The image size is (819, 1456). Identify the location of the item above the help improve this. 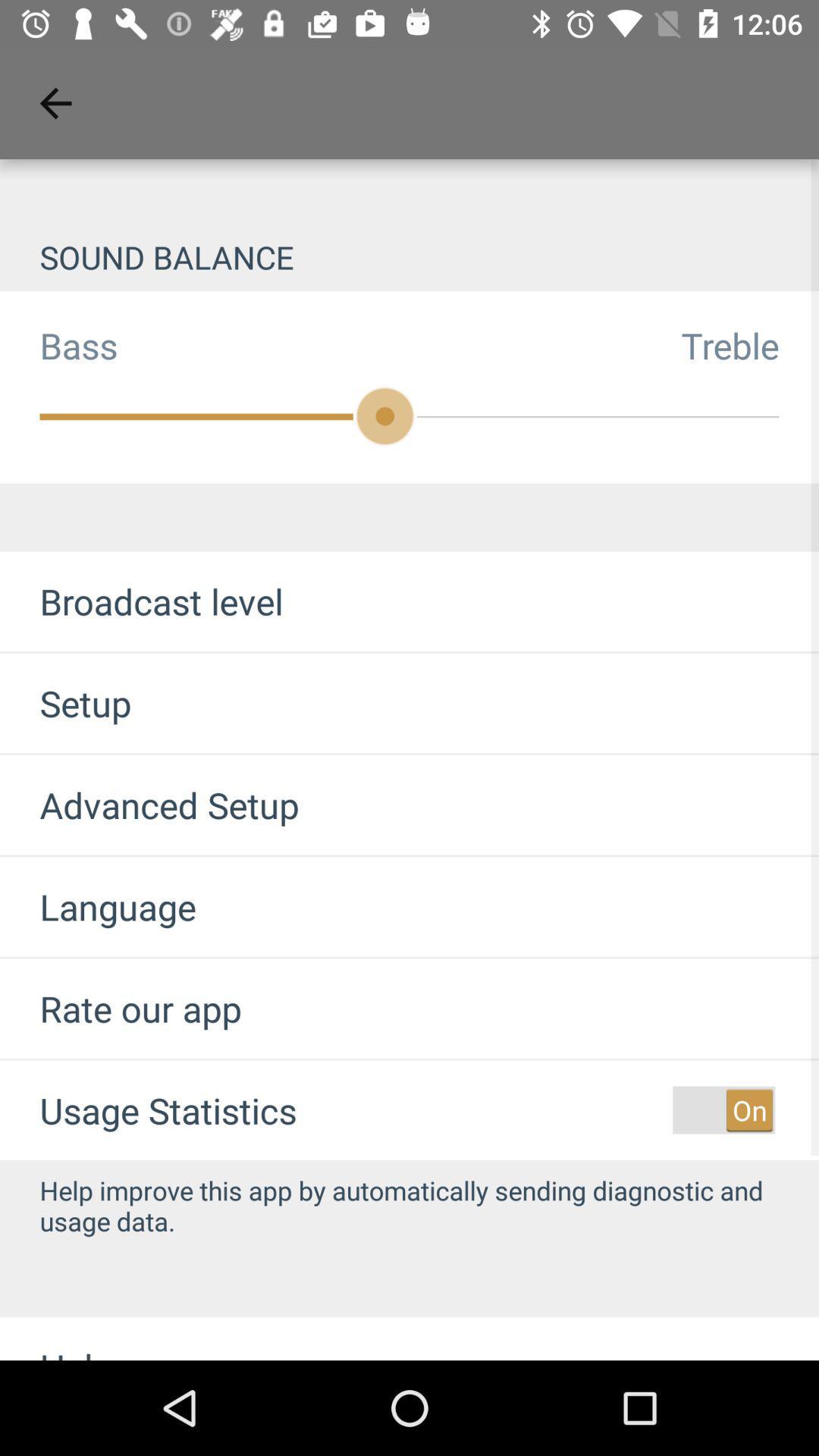
(723, 1110).